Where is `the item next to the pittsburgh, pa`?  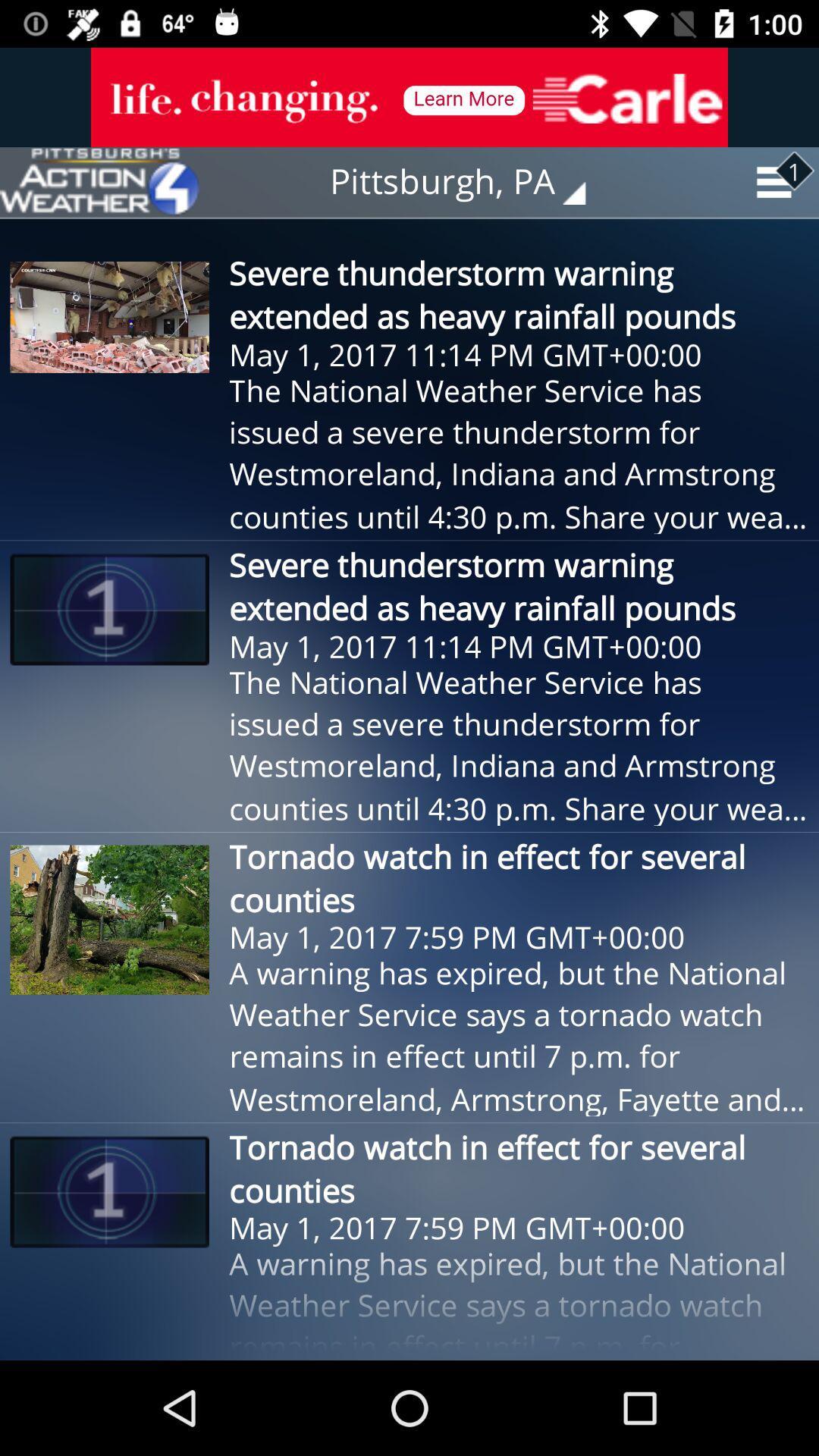
the item next to the pittsburgh, pa is located at coordinates (99, 182).